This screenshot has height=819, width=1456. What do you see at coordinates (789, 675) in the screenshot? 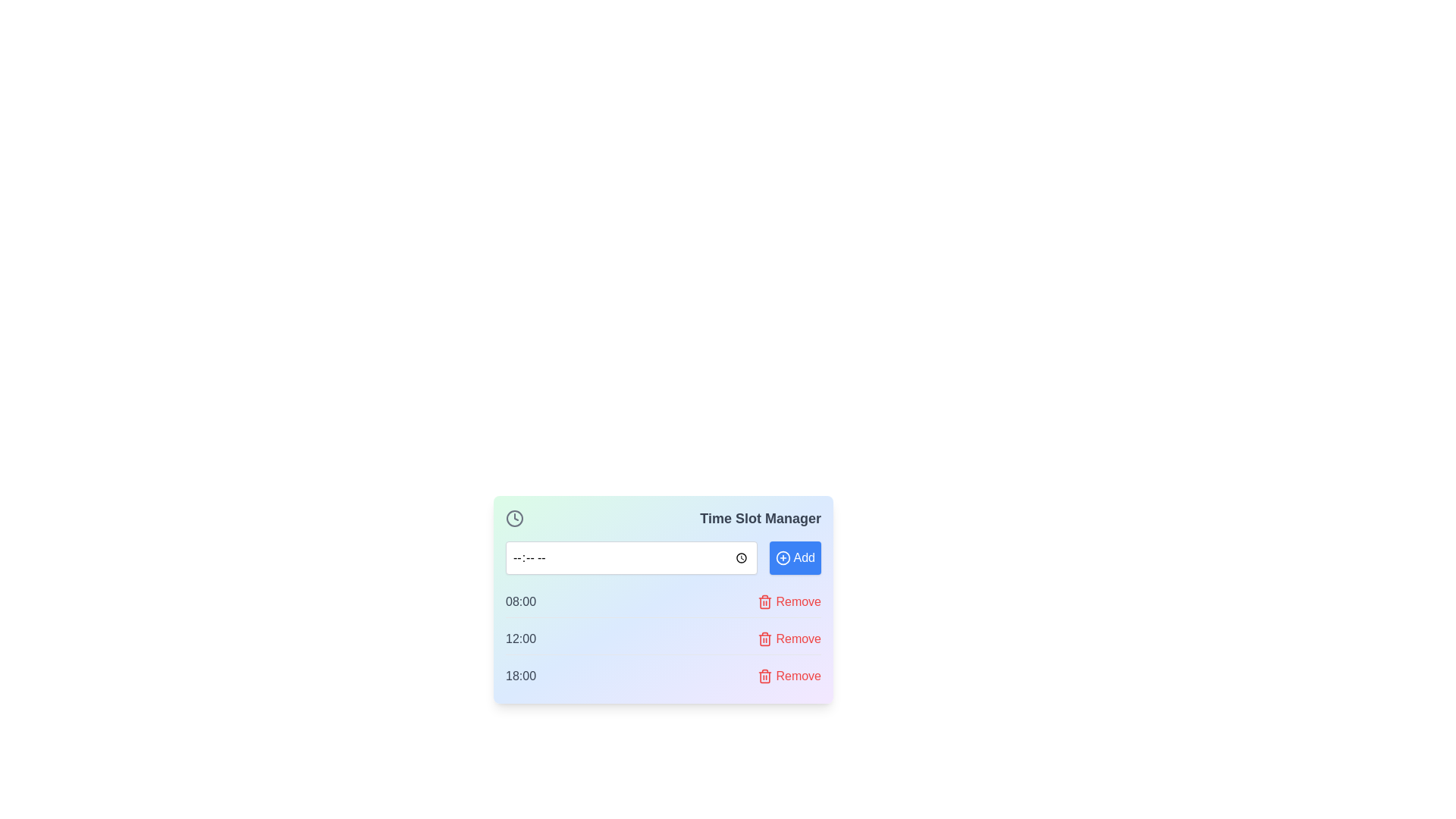
I see `the clickable red label with the text 'Remove' and a trash can icon` at bounding box center [789, 675].